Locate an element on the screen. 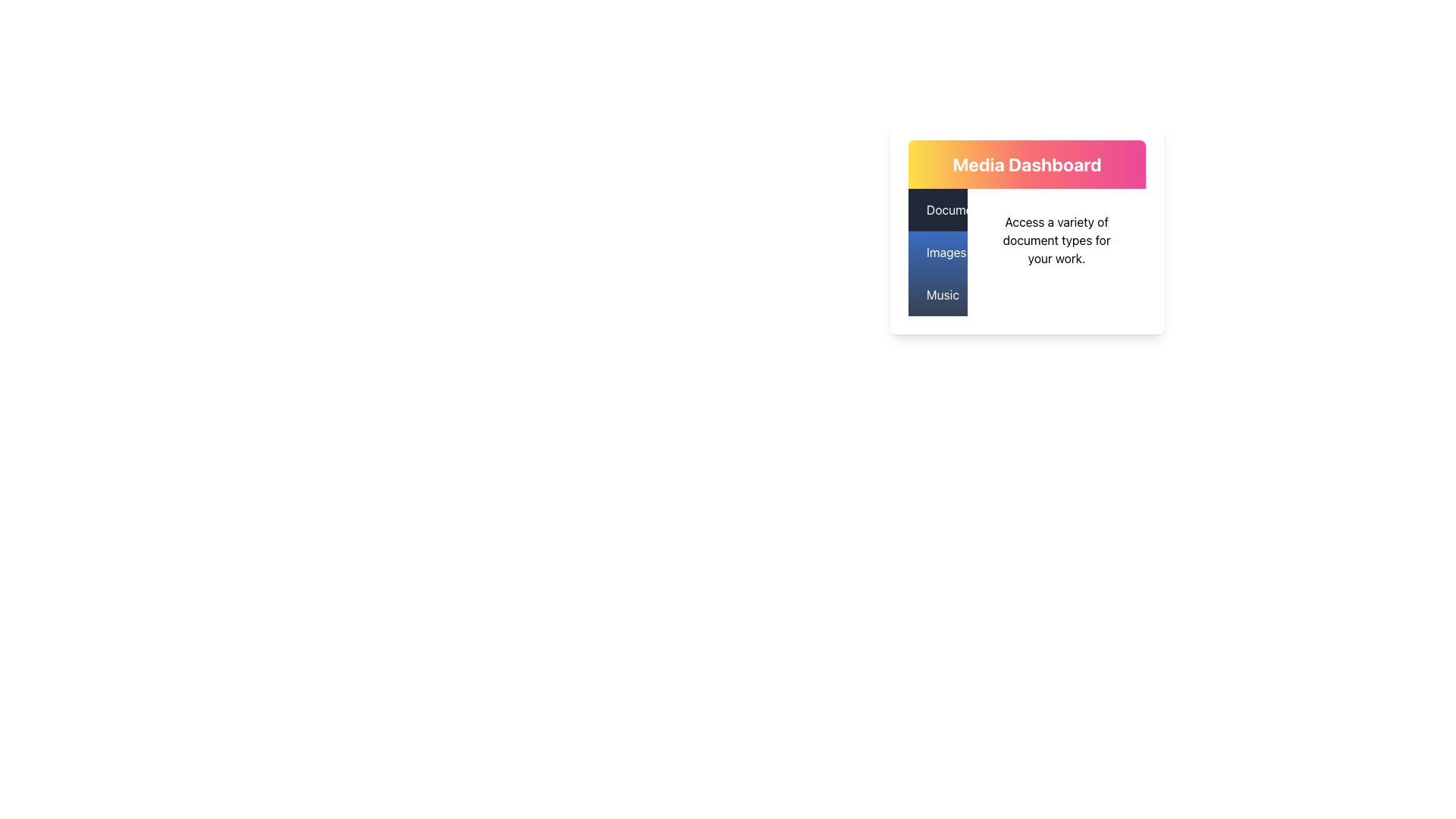 Image resolution: width=1456 pixels, height=819 pixels. the 'Music' categorization option in the Media Dashboard section, which is the third item in the list following 'Documents' and 'Images.' is located at coordinates (937, 295).